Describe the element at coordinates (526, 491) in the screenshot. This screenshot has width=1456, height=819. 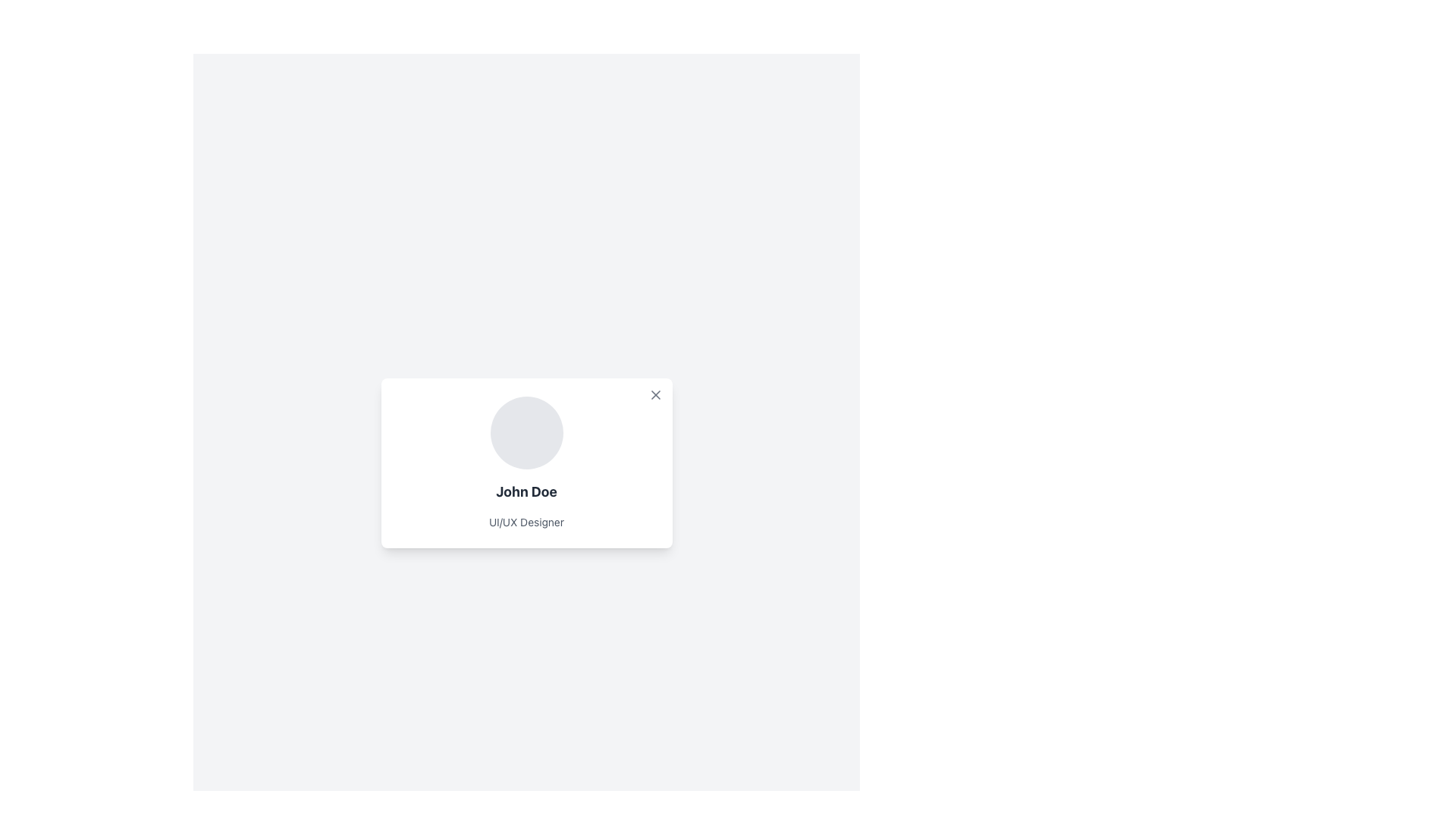
I see `displayed text 'John Doe' which is prominently positioned as a title beneath a circular avatar and above the text 'UI/UX Designer.'` at that location.